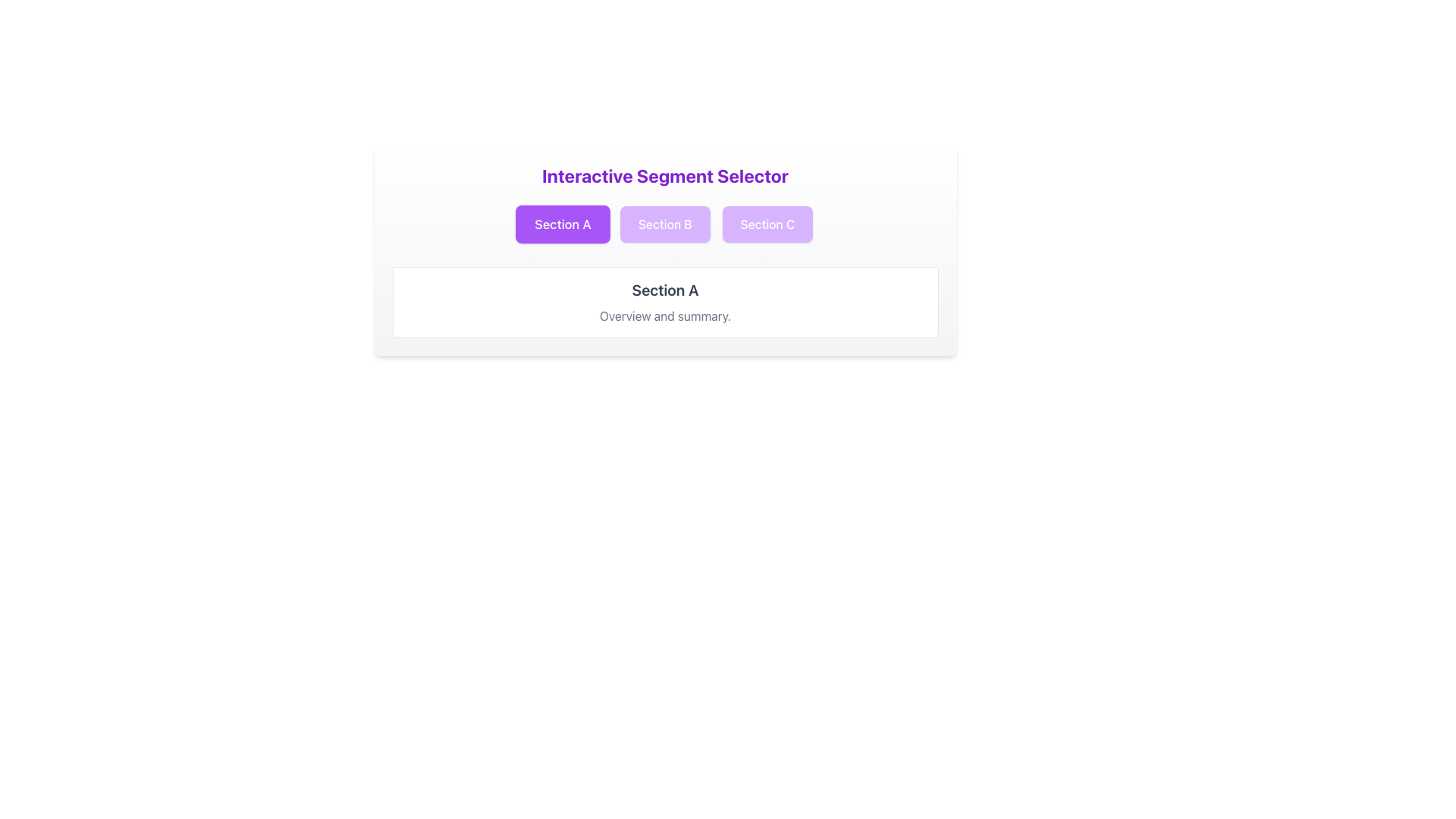  Describe the element at coordinates (665, 224) in the screenshot. I see `the centrally located button that triggers the display of 'Section B' in the interface` at that location.